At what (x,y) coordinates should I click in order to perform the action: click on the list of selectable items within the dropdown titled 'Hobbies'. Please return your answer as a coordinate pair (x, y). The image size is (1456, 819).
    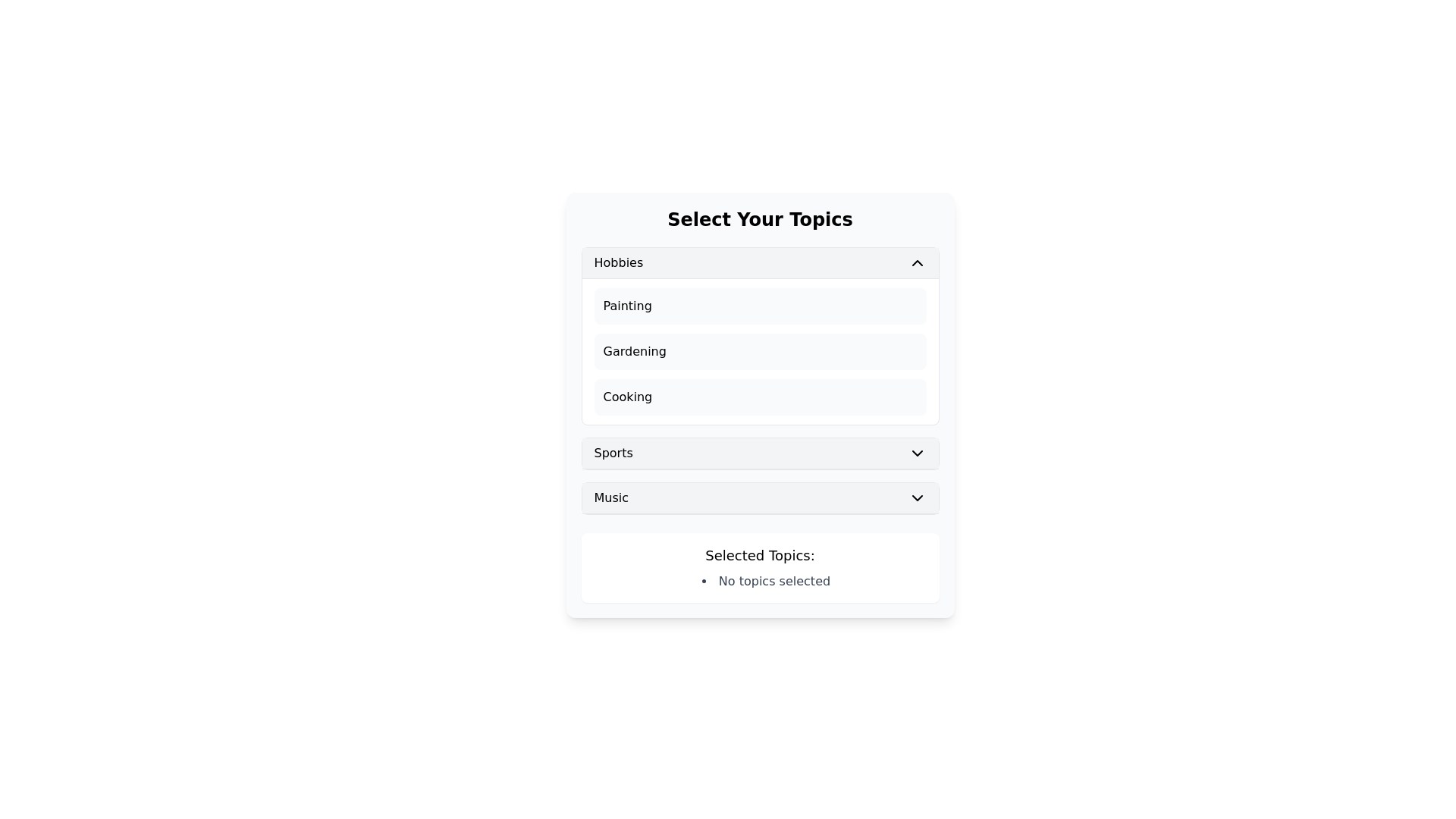
    Looking at the image, I should click on (760, 380).